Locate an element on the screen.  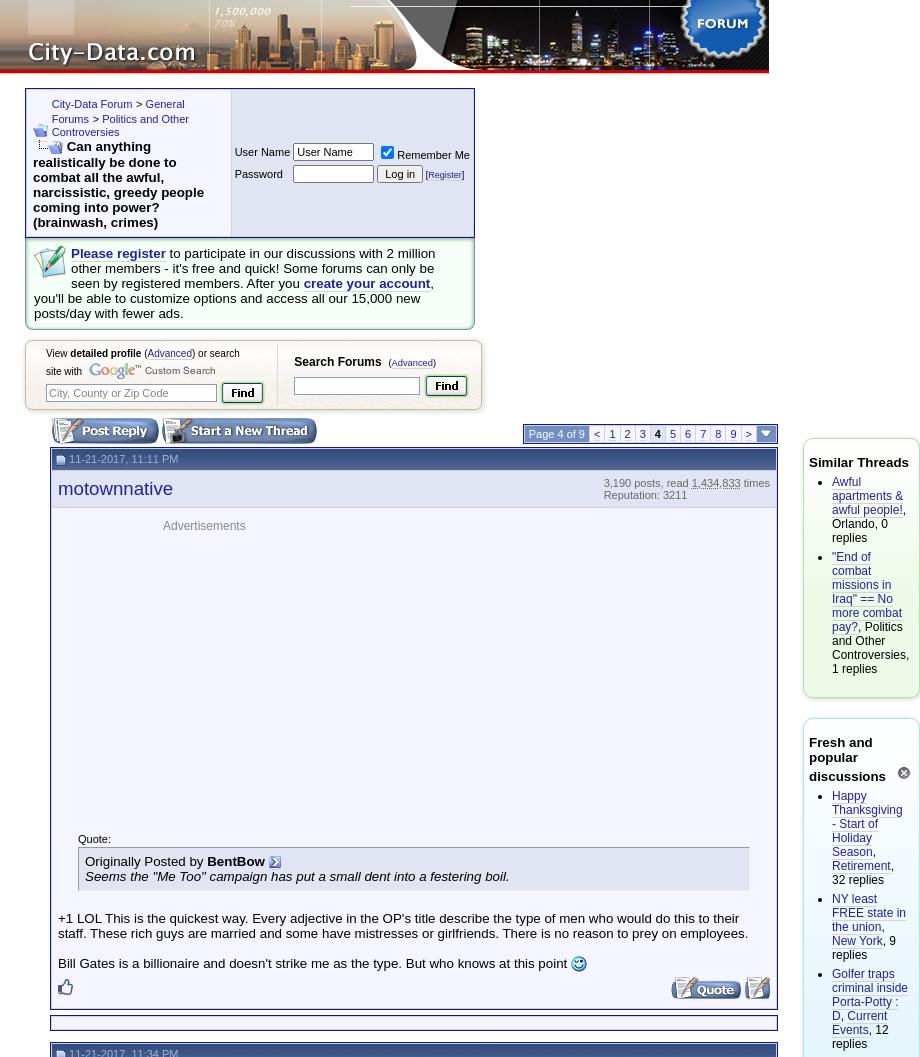
'3,190 posts, read' is located at coordinates (646, 481).